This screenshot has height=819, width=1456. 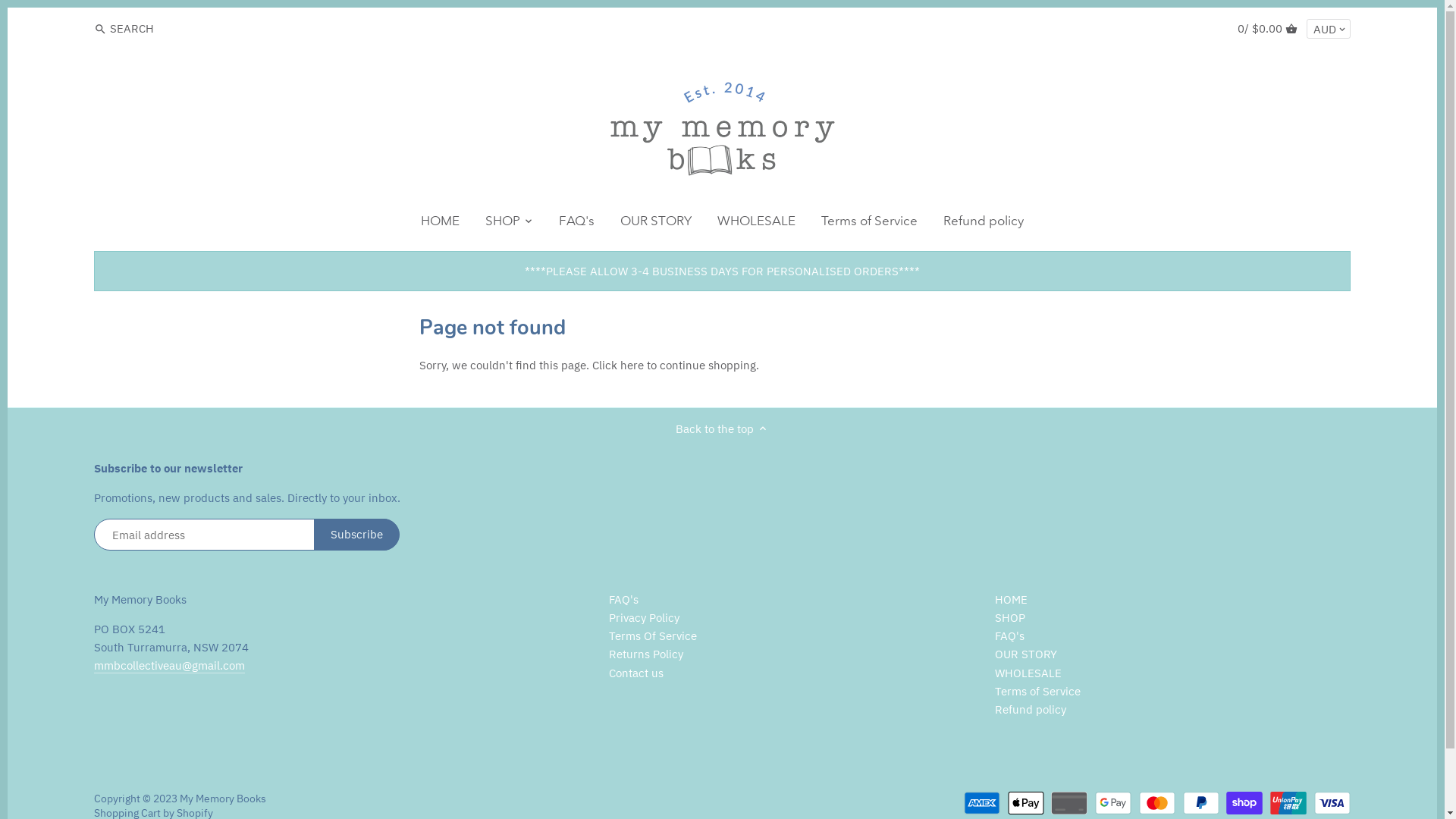 I want to click on '0/ $0.00 CART', so click(x=1267, y=28).